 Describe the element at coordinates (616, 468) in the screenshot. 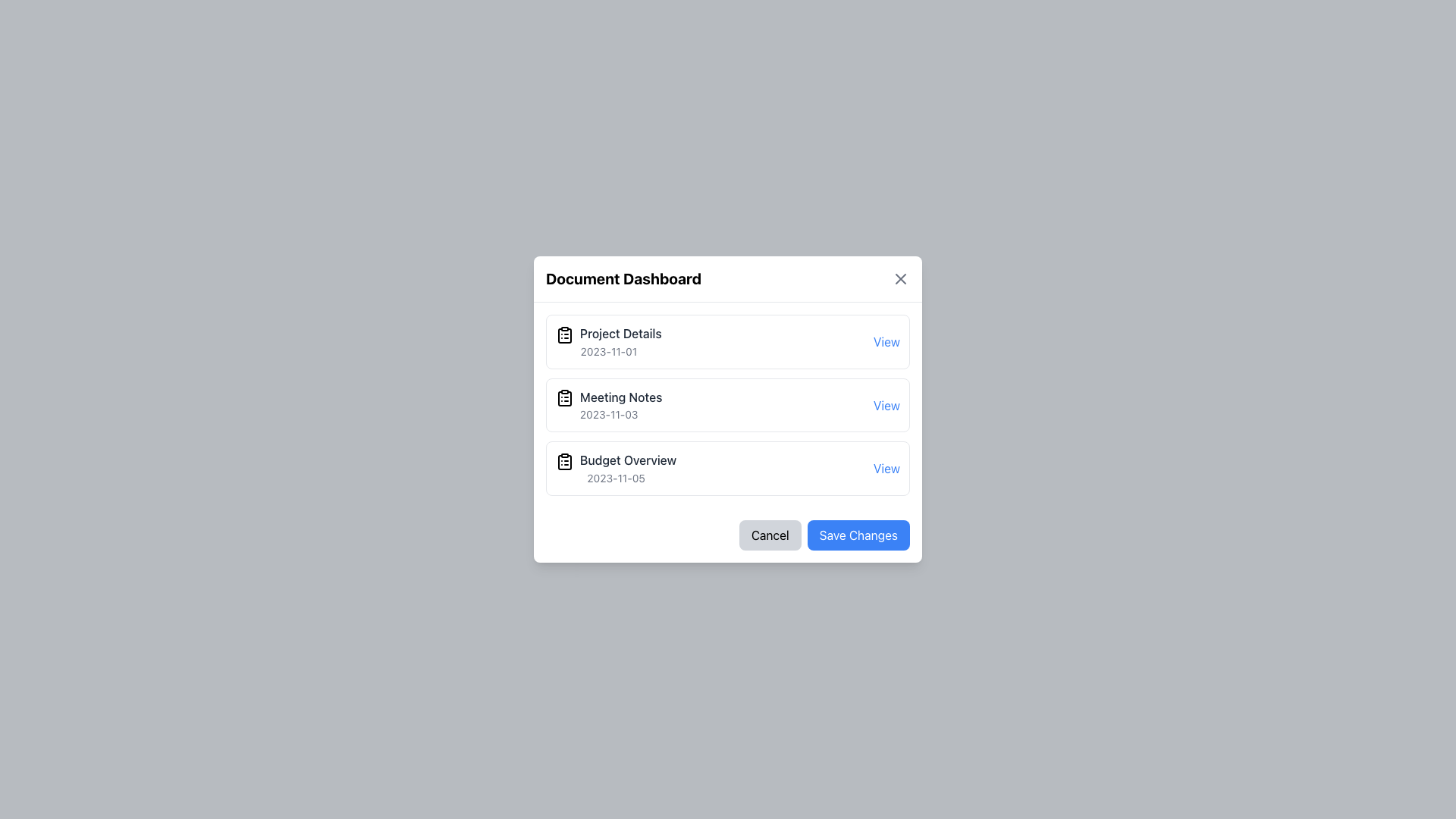

I see `the 'Budget Overview' label with clipboard icon located in the 'Document Dashboard' modal, positioned between 'Meeting Notes' and 'Save Changes'` at that location.